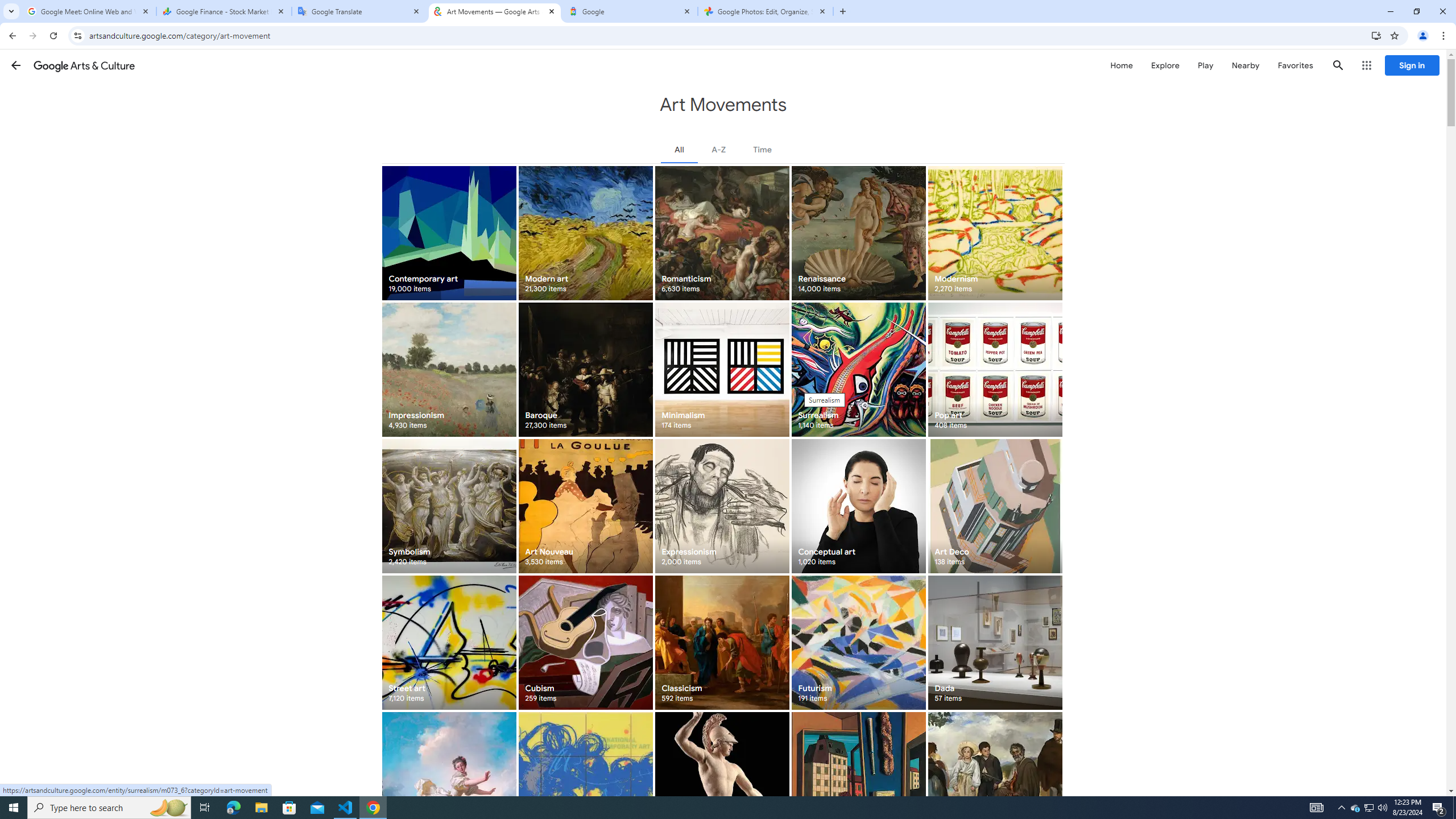 The image size is (1456, 819). I want to click on 'Conceptual art 1,020 items', so click(858, 505).